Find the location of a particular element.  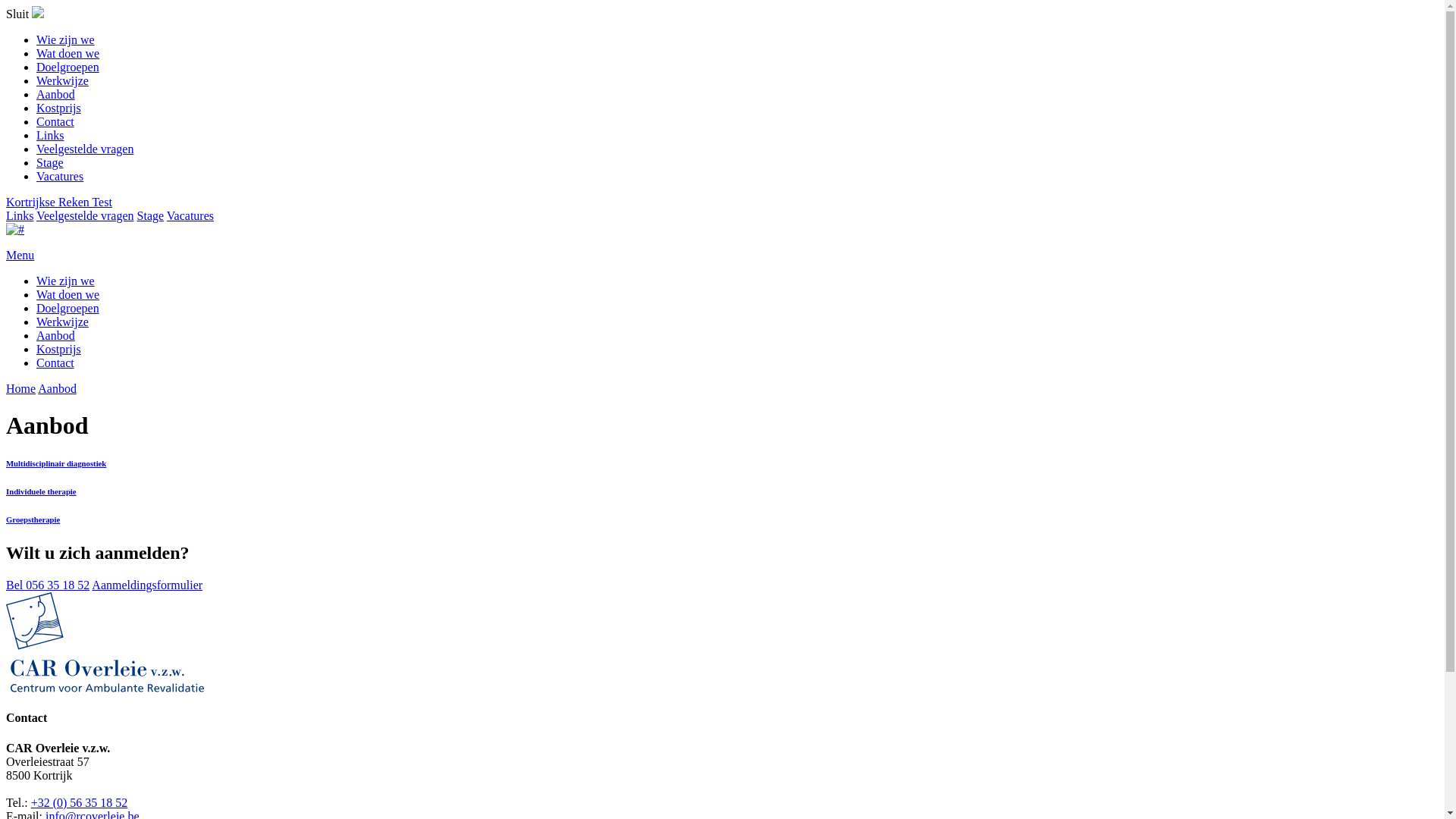

'Stage' is located at coordinates (50, 162).